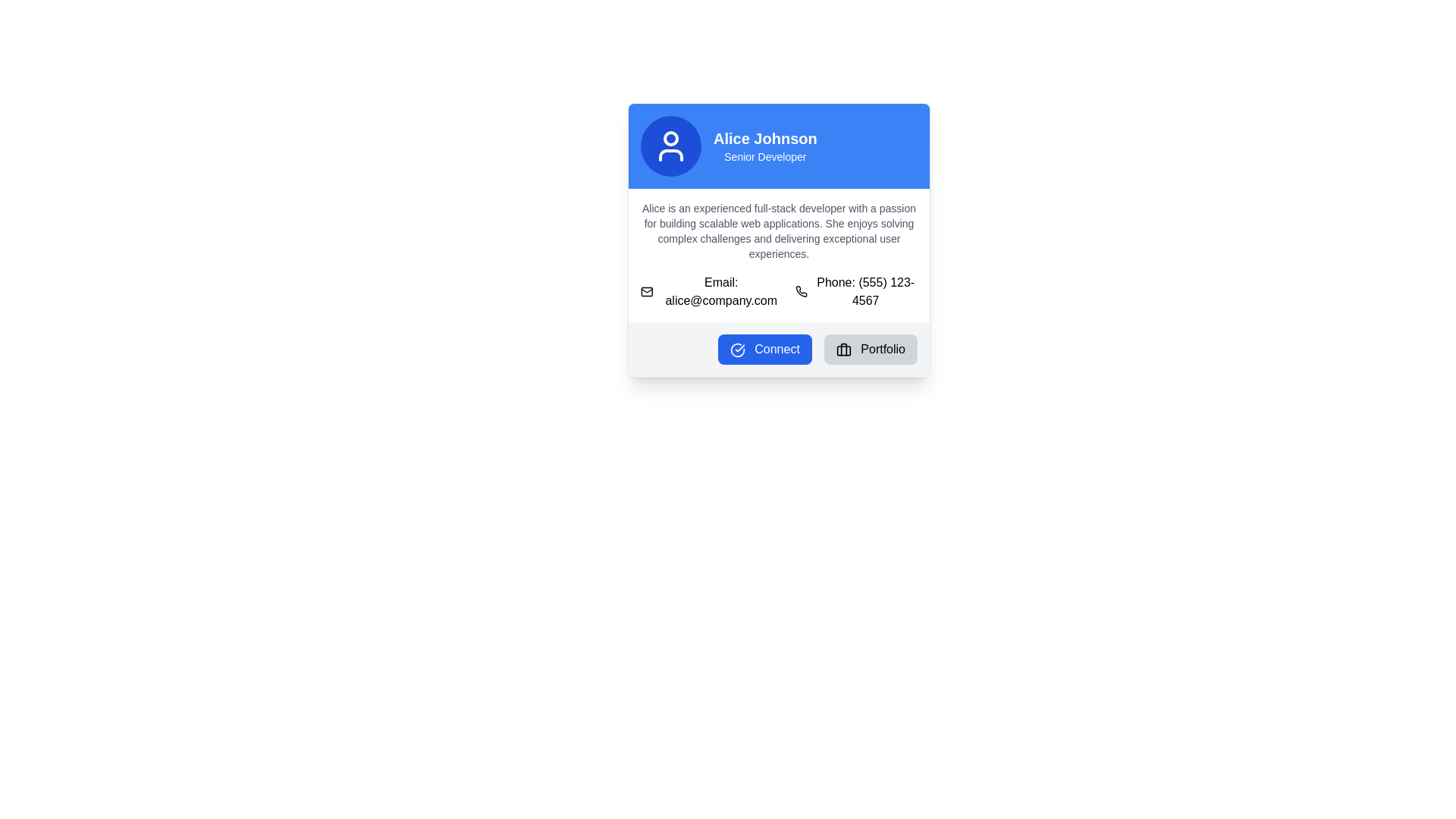 The height and width of the screenshot is (819, 1456). Describe the element at coordinates (871, 350) in the screenshot. I see `the light gray rectangular button labeled 'Portfolio' with a suitcase icon` at that location.